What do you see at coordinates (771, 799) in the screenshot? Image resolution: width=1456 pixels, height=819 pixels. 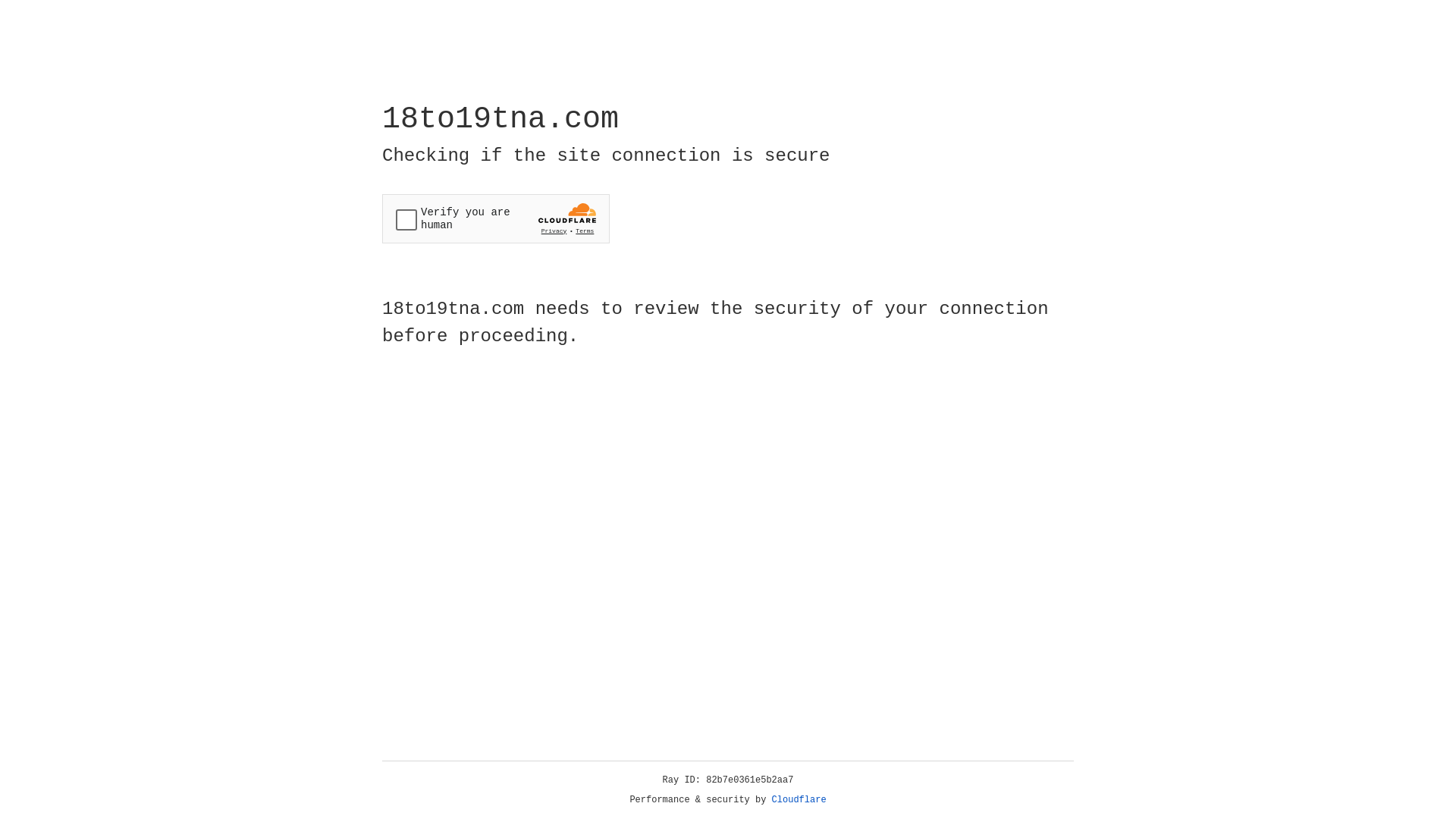 I see `'Cloudflare'` at bounding box center [771, 799].